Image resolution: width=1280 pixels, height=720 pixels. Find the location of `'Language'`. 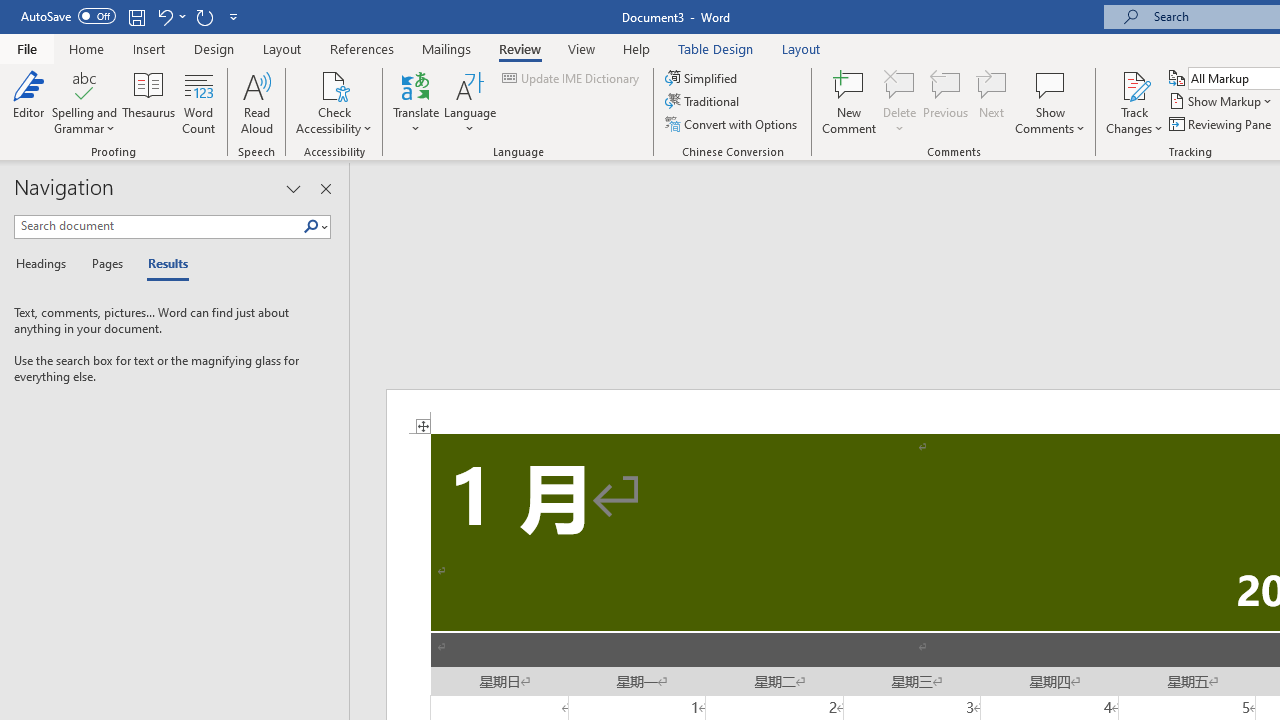

'Language' is located at coordinates (469, 103).